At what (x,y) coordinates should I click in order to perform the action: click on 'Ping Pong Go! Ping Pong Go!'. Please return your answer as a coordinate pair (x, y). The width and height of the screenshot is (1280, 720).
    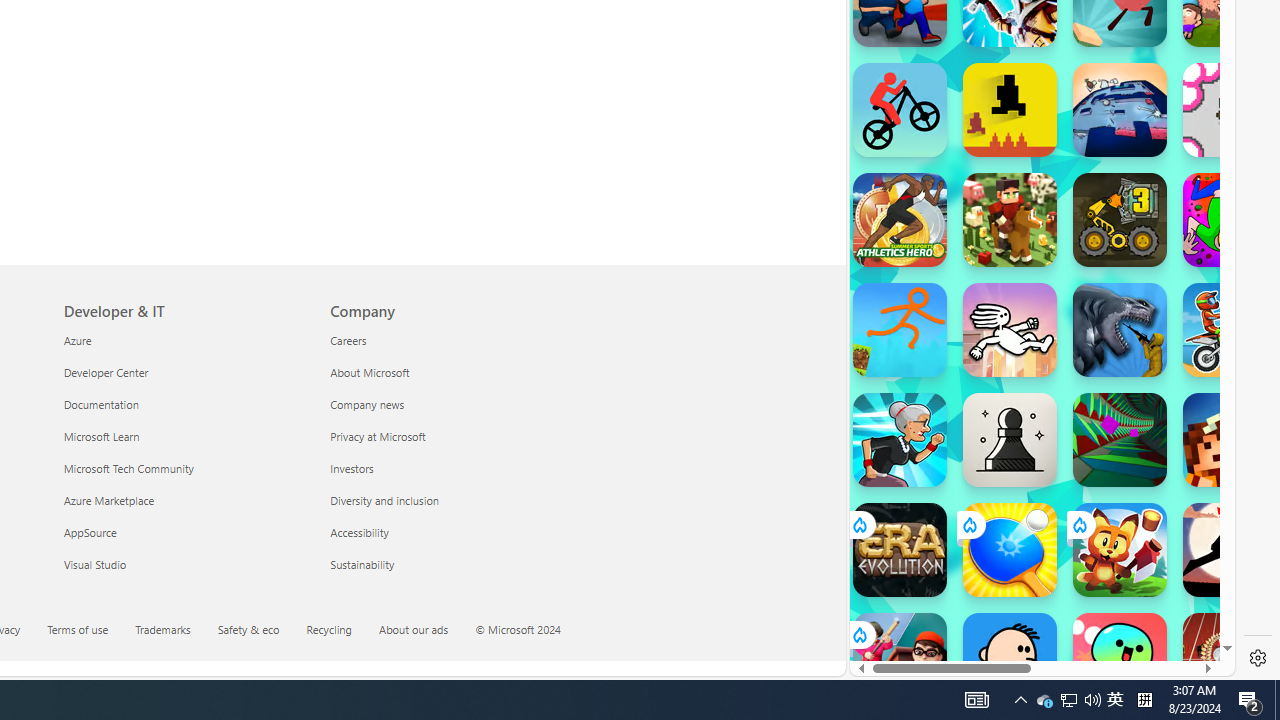
    Looking at the image, I should click on (1009, 550).